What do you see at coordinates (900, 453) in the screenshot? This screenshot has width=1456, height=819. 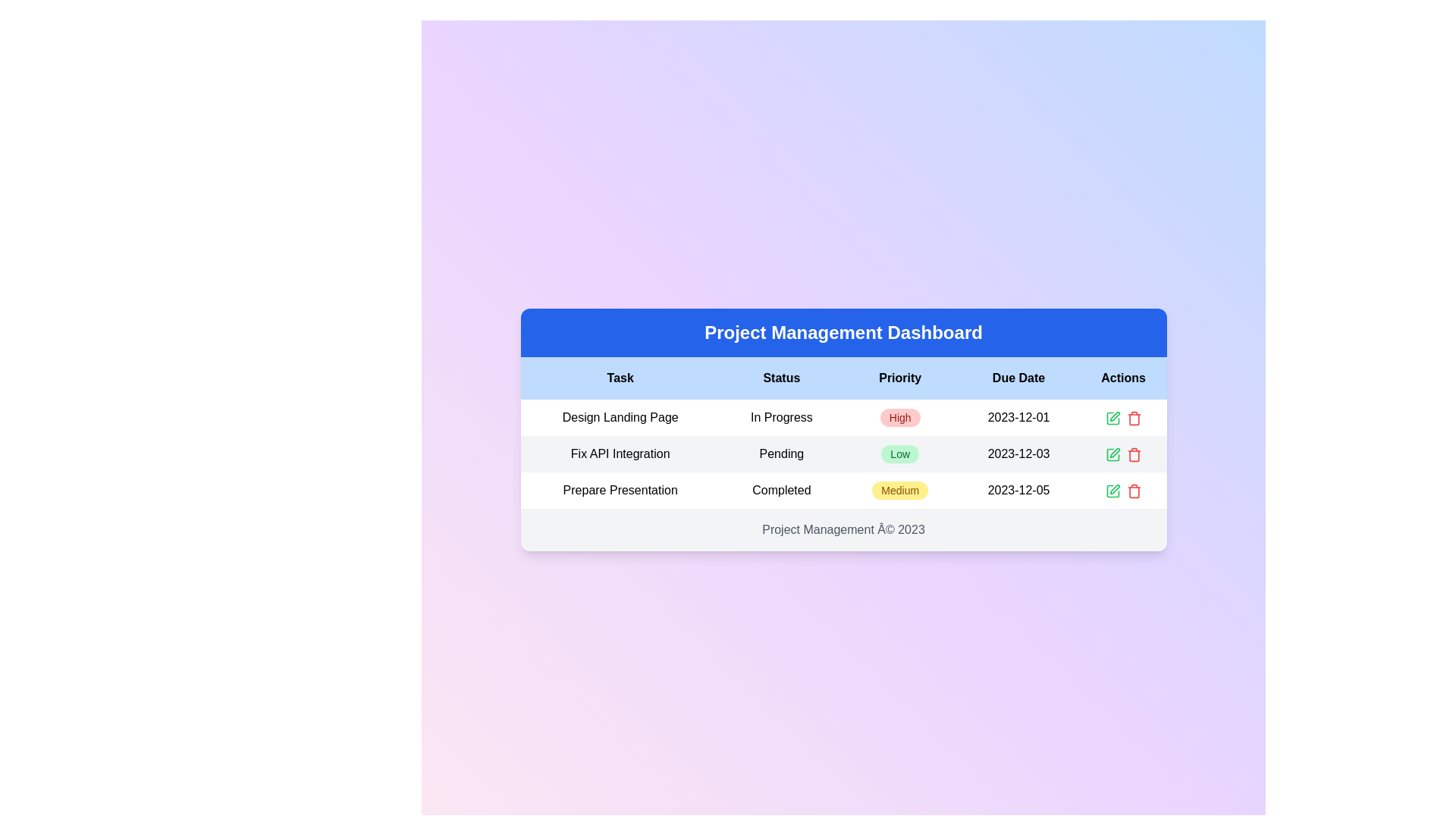 I see `the non-interactive status label component that displays 'Low' in the third column of the second row of the table` at bounding box center [900, 453].